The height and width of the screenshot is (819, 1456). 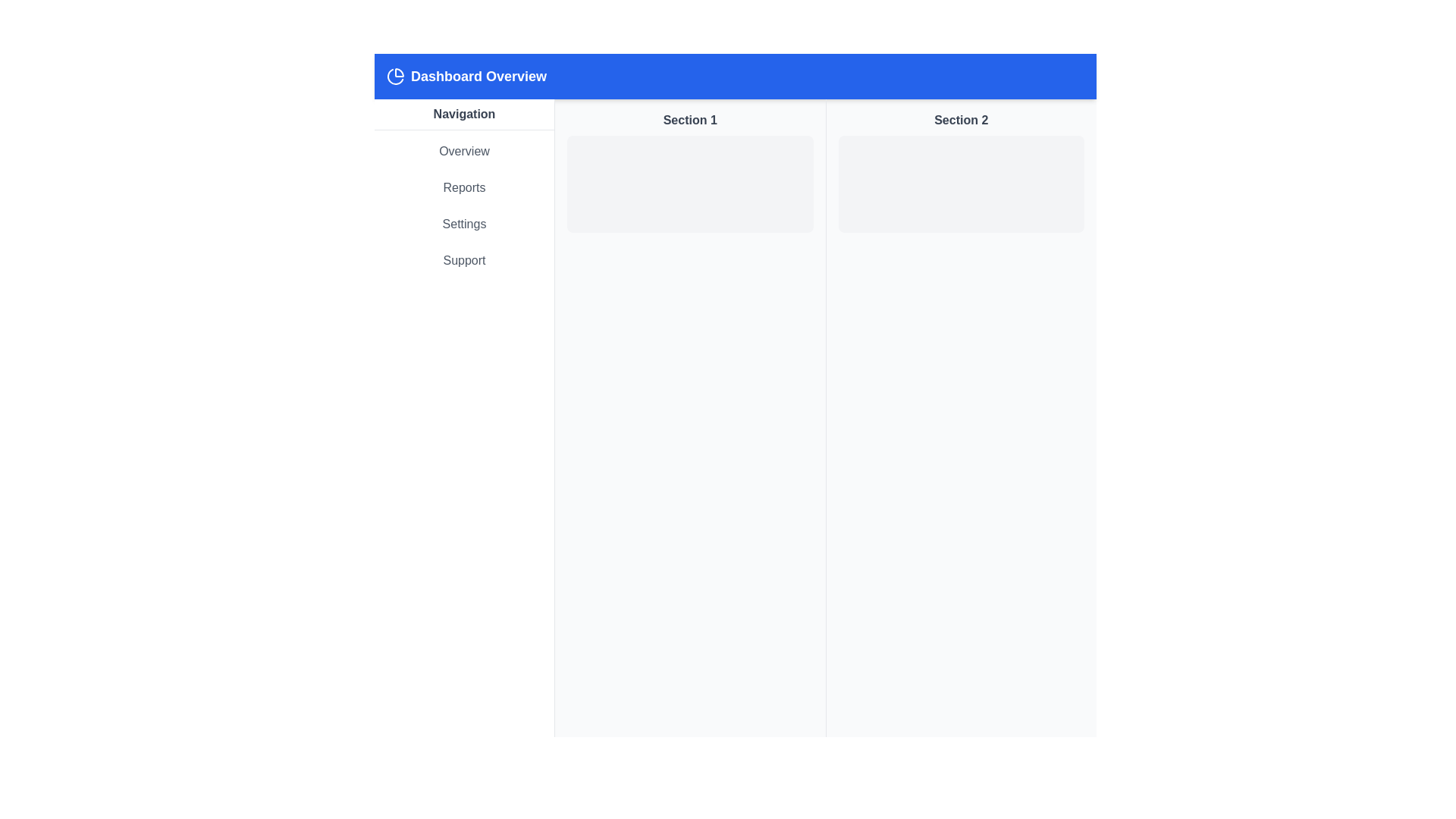 What do you see at coordinates (463, 114) in the screenshot?
I see `the title text label that categorizes the navigation options in the sidebar, positioned at the top of the left section of the interface` at bounding box center [463, 114].